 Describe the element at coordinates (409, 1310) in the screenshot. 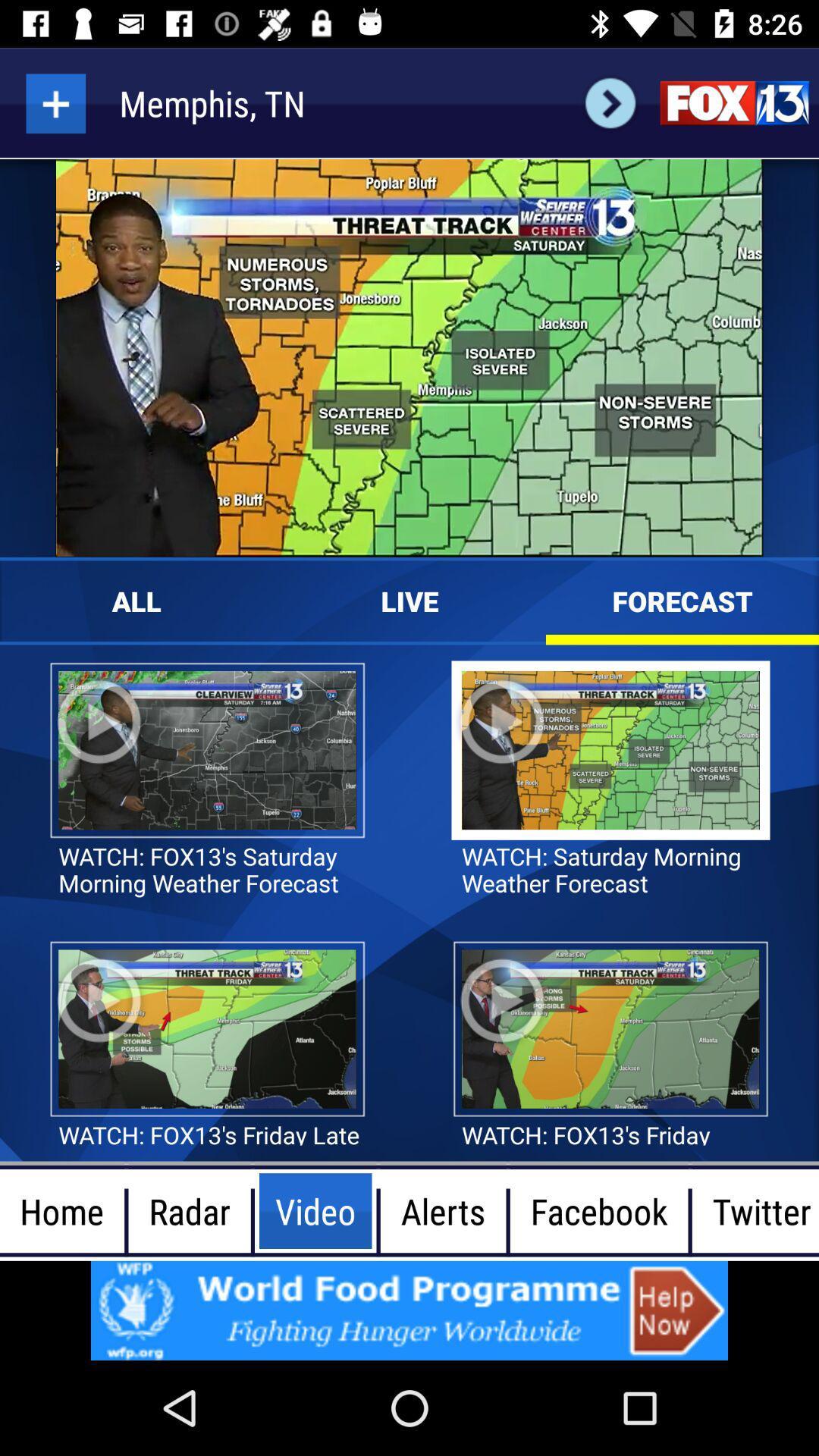

I see `advertisement image` at that location.